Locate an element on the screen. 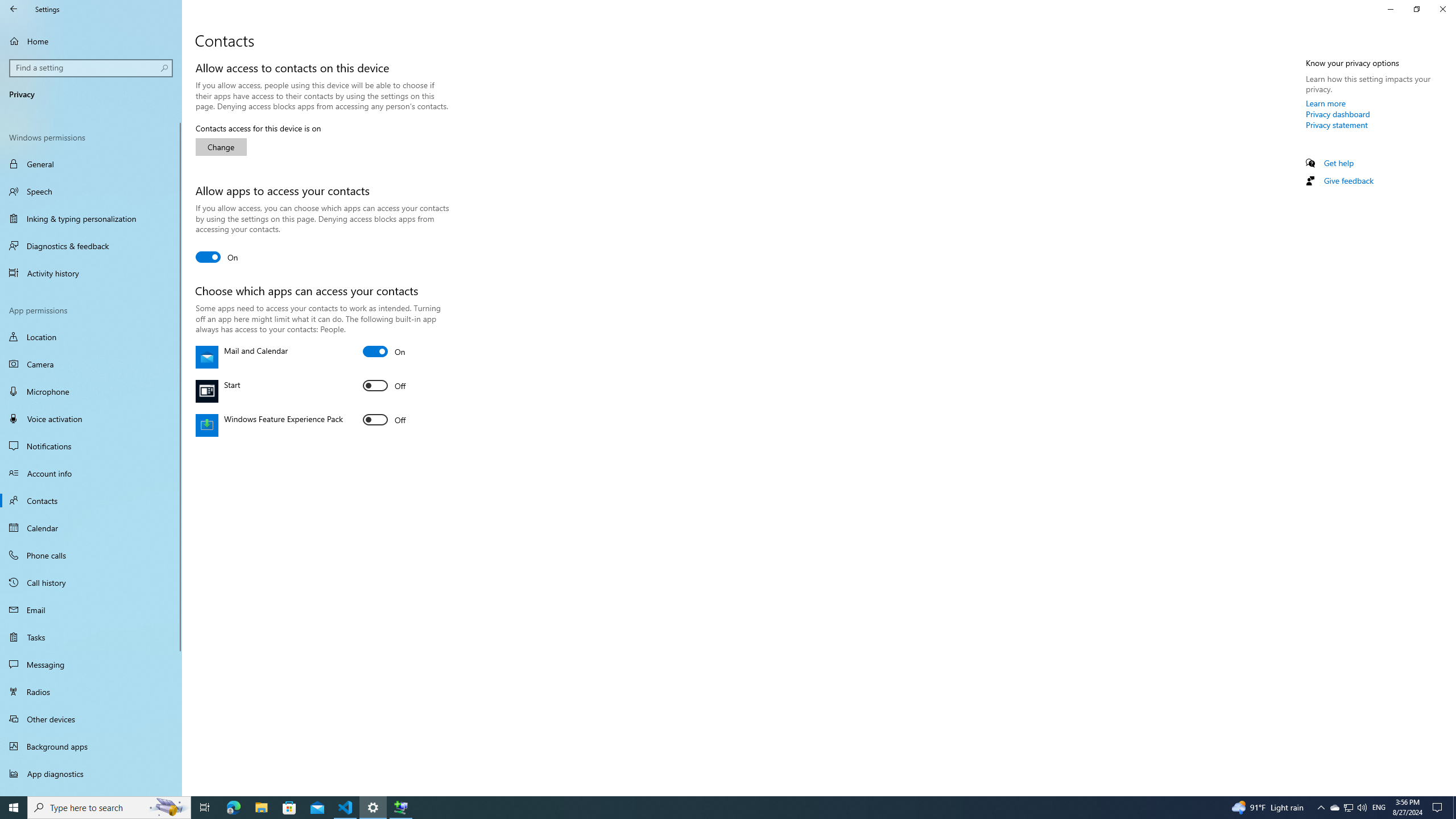 Image resolution: width=1456 pixels, height=819 pixels. 'Call history' is located at coordinates (90, 581).